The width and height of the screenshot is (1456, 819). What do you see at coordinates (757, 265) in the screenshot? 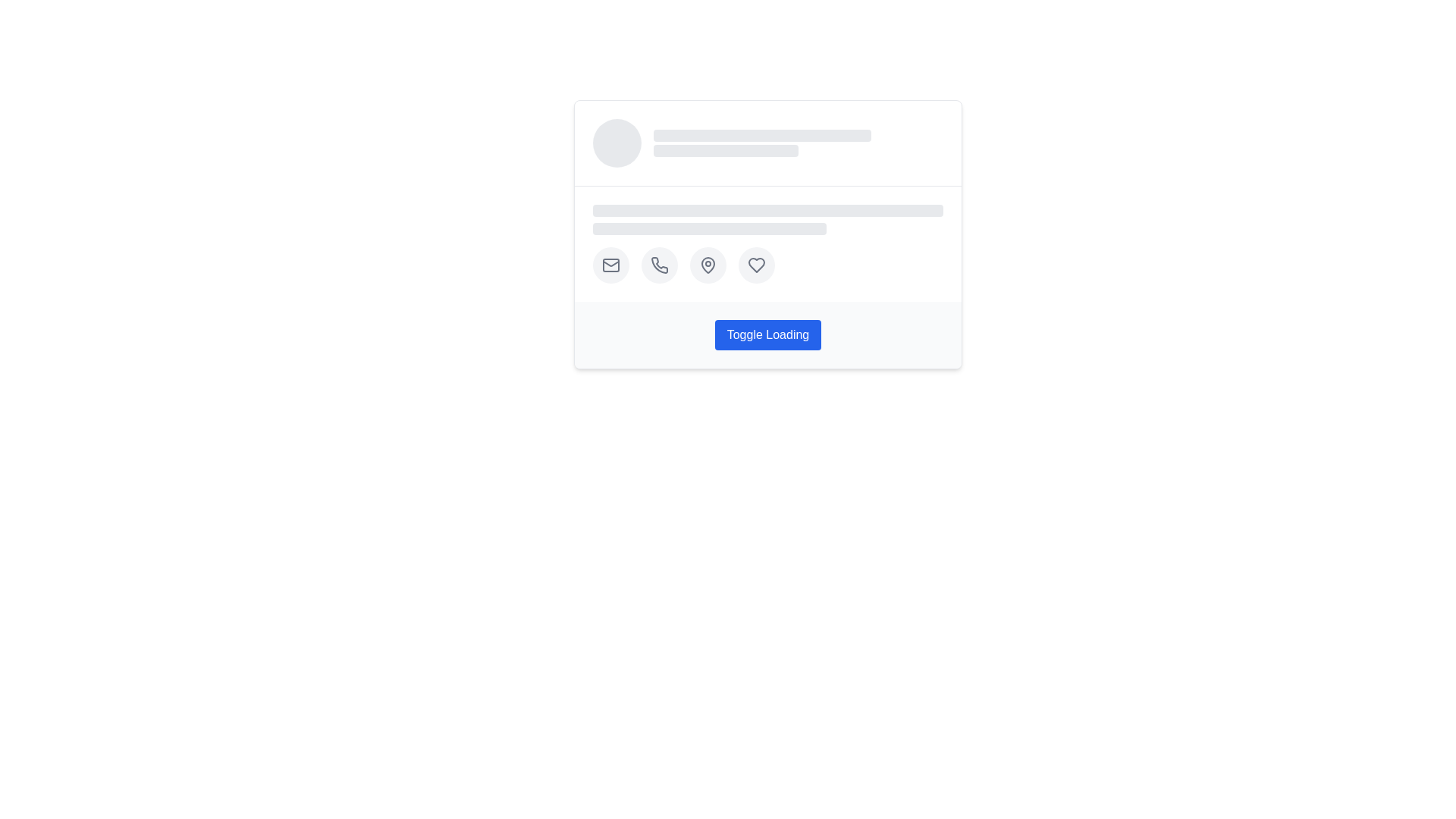
I see `the heart-shaped icon, which is gray and outlined in line art style, located at the bottom center of the interface as the rightmost icon in a horizontal arrangement` at bounding box center [757, 265].